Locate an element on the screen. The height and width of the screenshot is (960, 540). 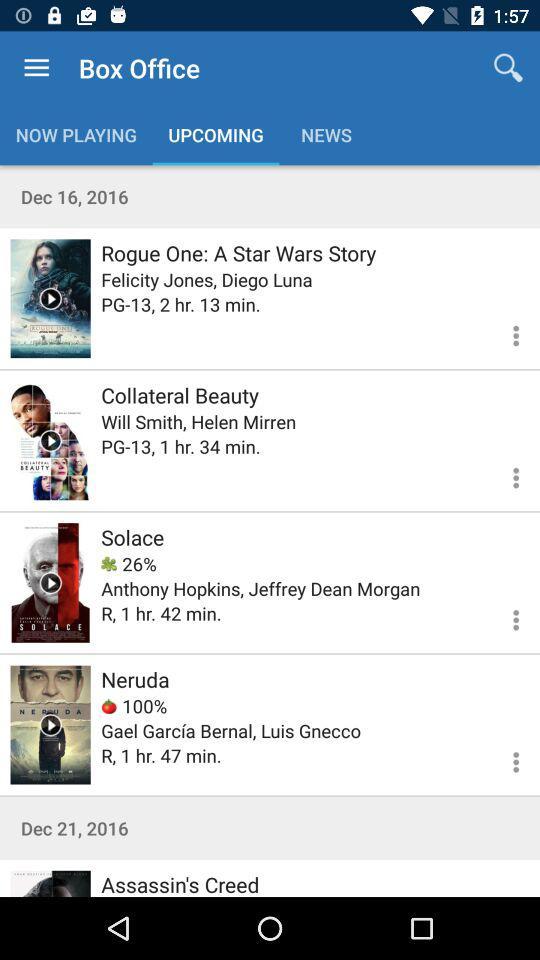
open menu for rogue one is located at coordinates (503, 333).